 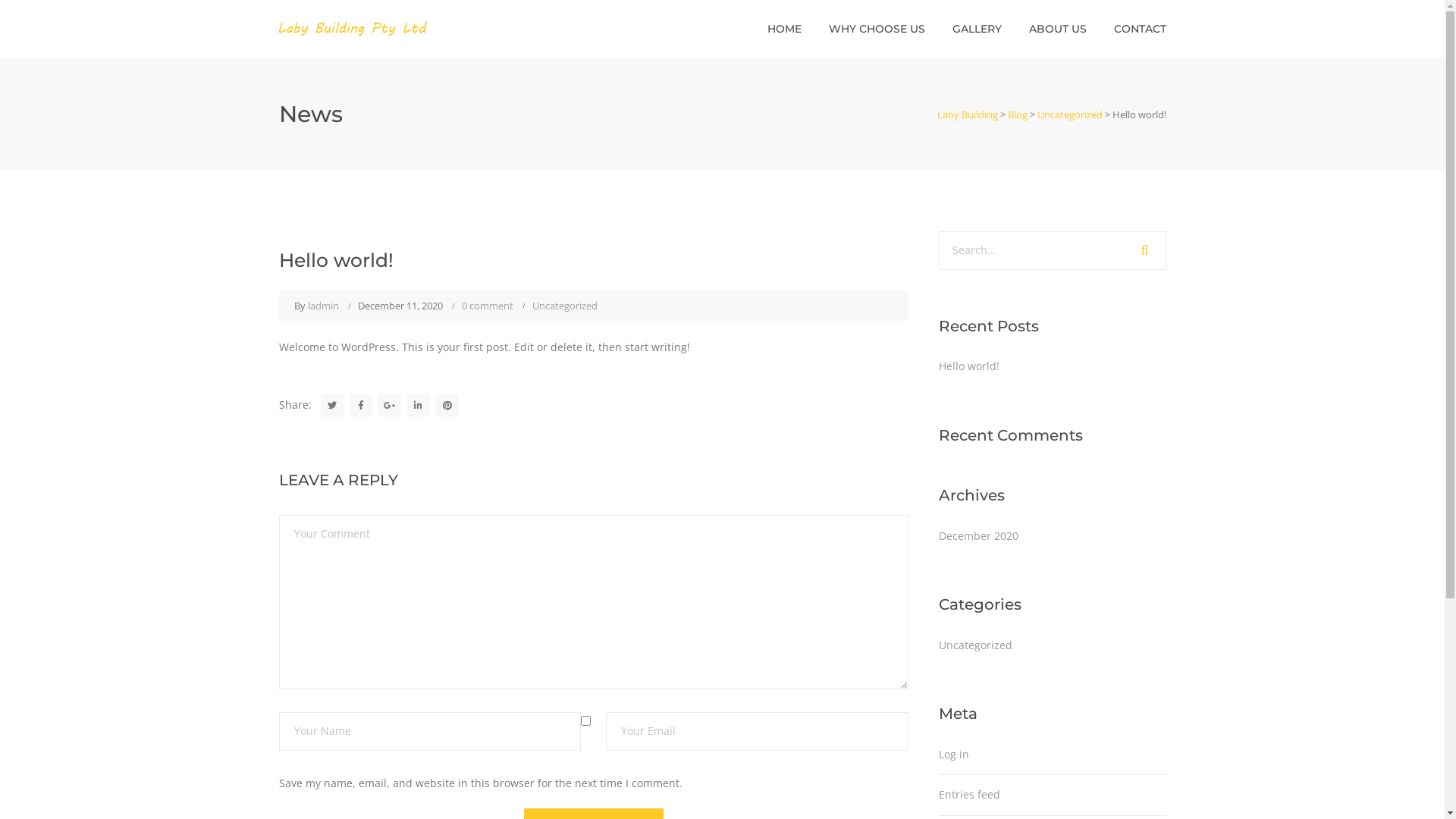 I want to click on 'ABOUT US', so click(x=1056, y=29).